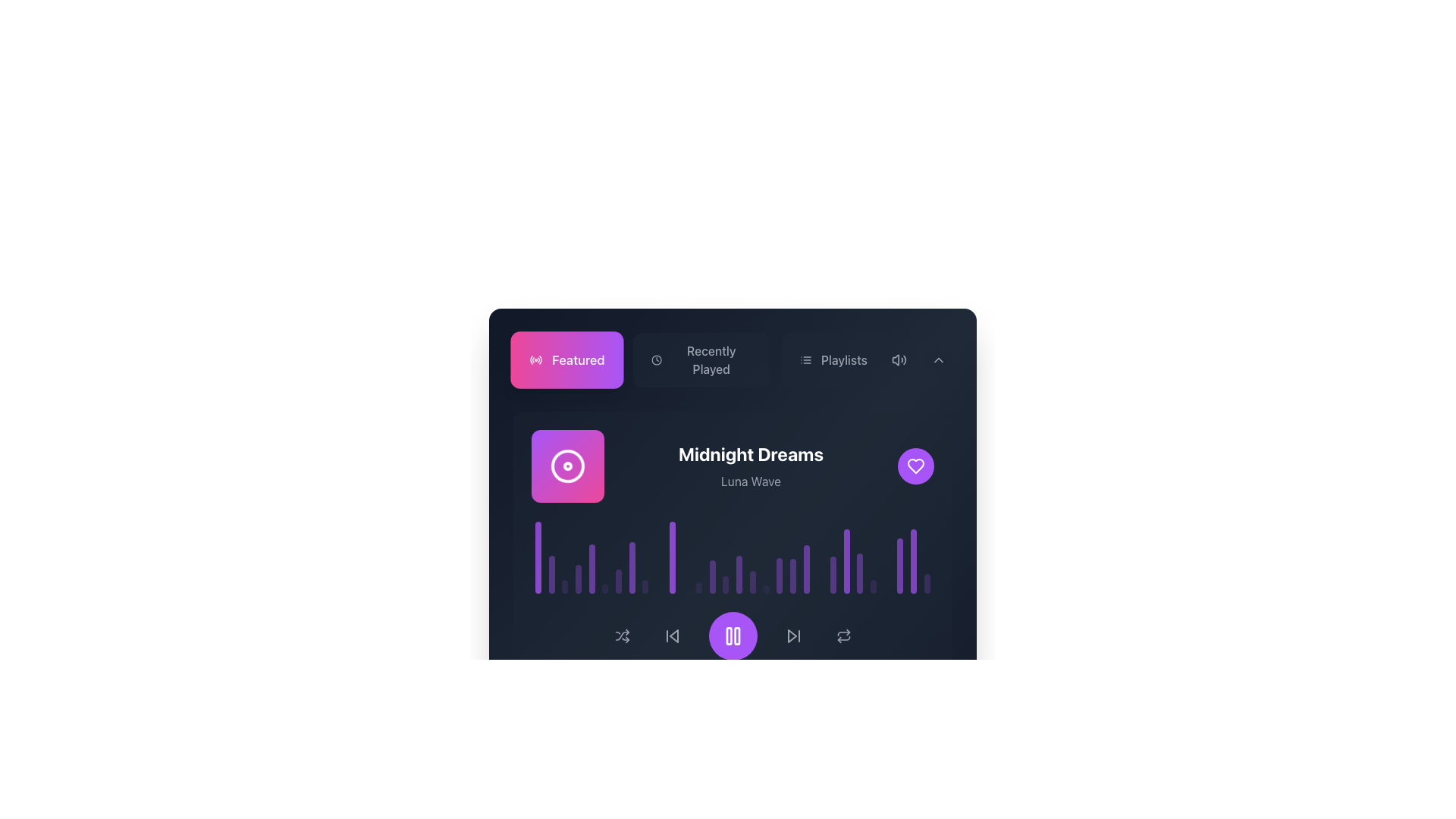  What do you see at coordinates (752, 581) in the screenshot?
I see `the seventeenth decorative visual equalizer bar displayed in a purple-transparent hue, located below the title 'Midnight Dreams'` at bounding box center [752, 581].